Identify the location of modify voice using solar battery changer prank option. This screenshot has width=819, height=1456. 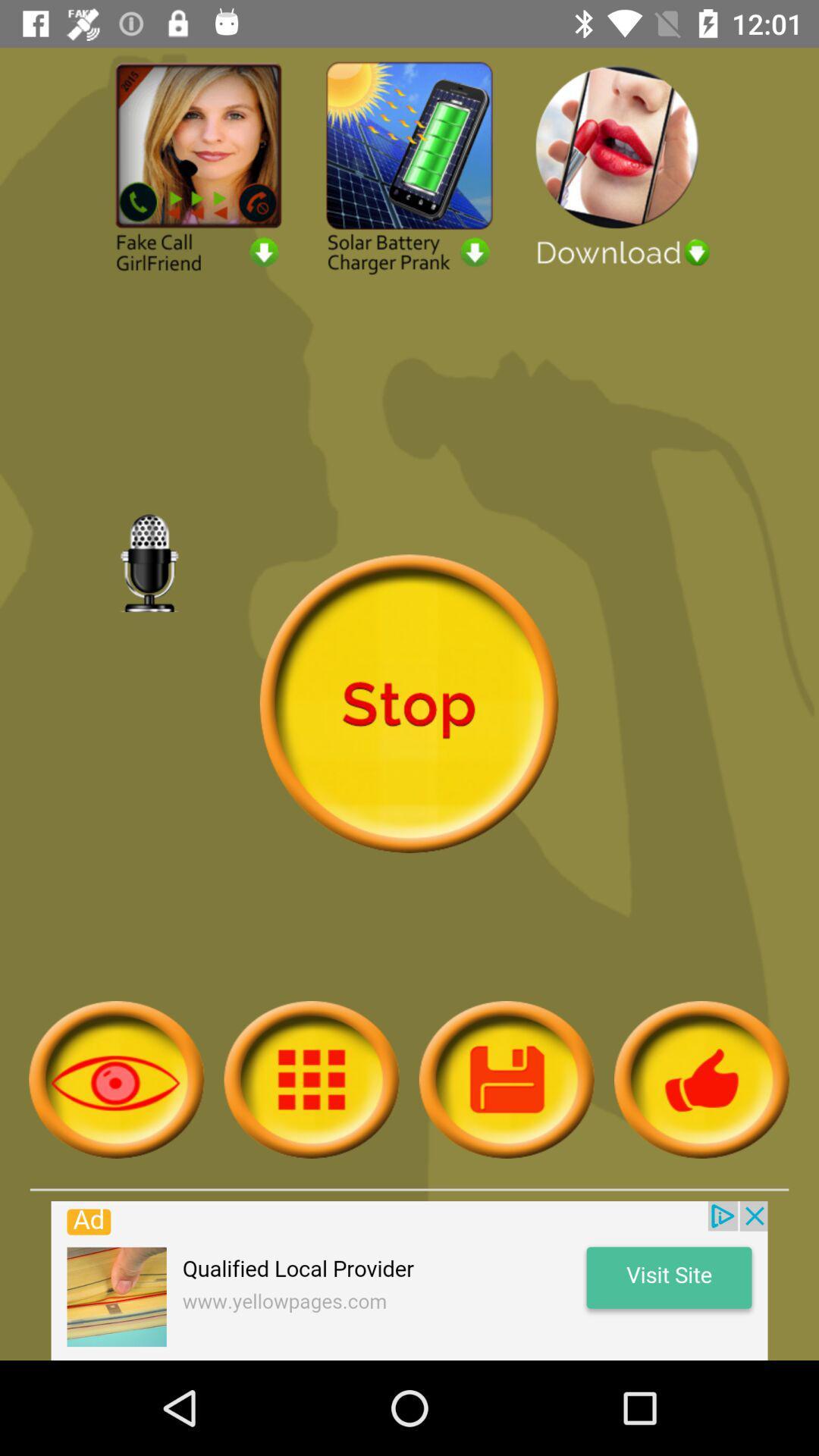
(409, 166).